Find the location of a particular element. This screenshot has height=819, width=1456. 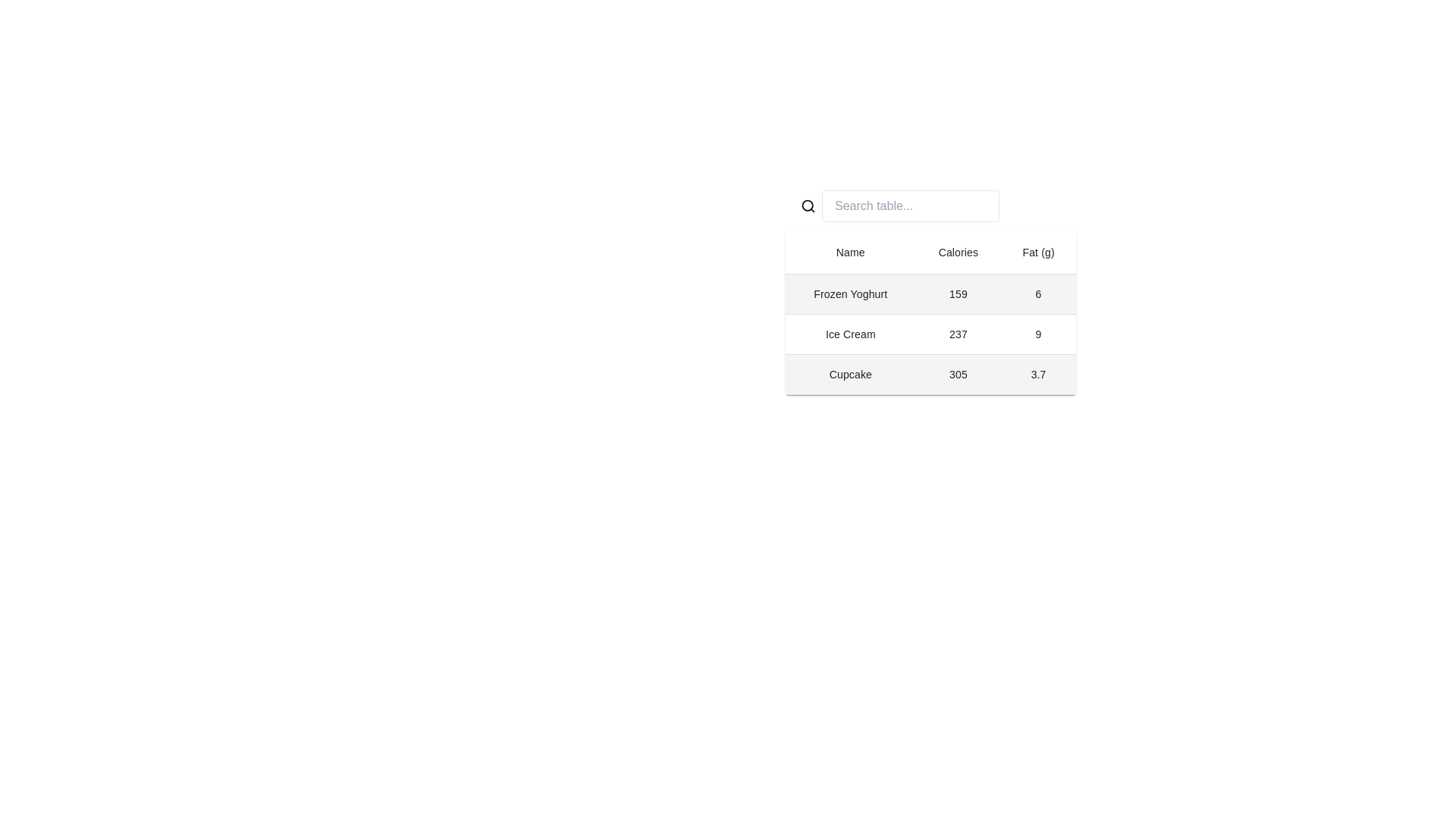

the non-interactive table cell displaying the numeric value '159' under the 'Calories' header, which is the second cell in the row starting with 'Frozen Yoghurt' is located at coordinates (957, 294).